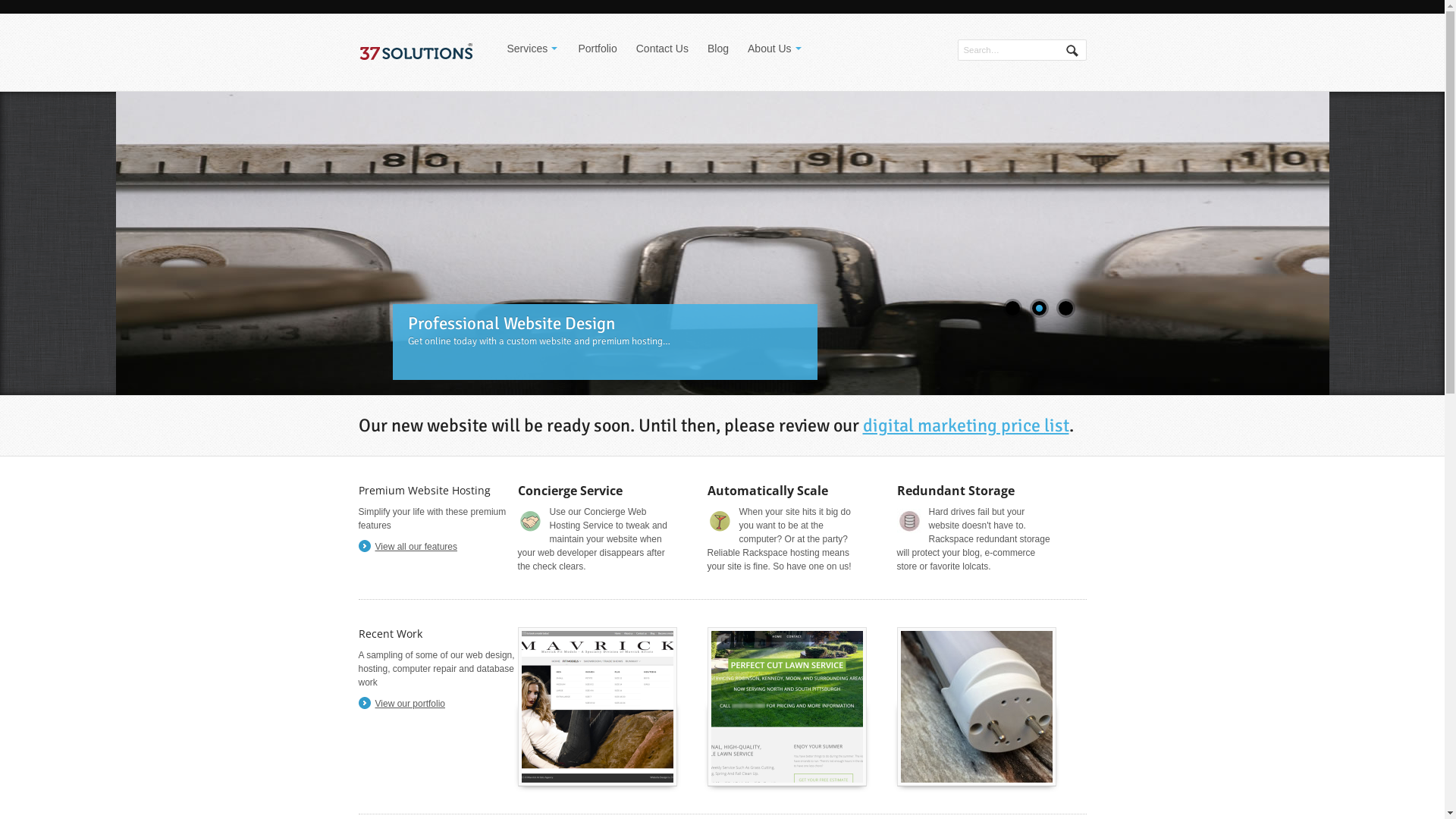 This screenshot has width=1456, height=819. Describe the element at coordinates (532, 49) in the screenshot. I see `'Services'` at that location.